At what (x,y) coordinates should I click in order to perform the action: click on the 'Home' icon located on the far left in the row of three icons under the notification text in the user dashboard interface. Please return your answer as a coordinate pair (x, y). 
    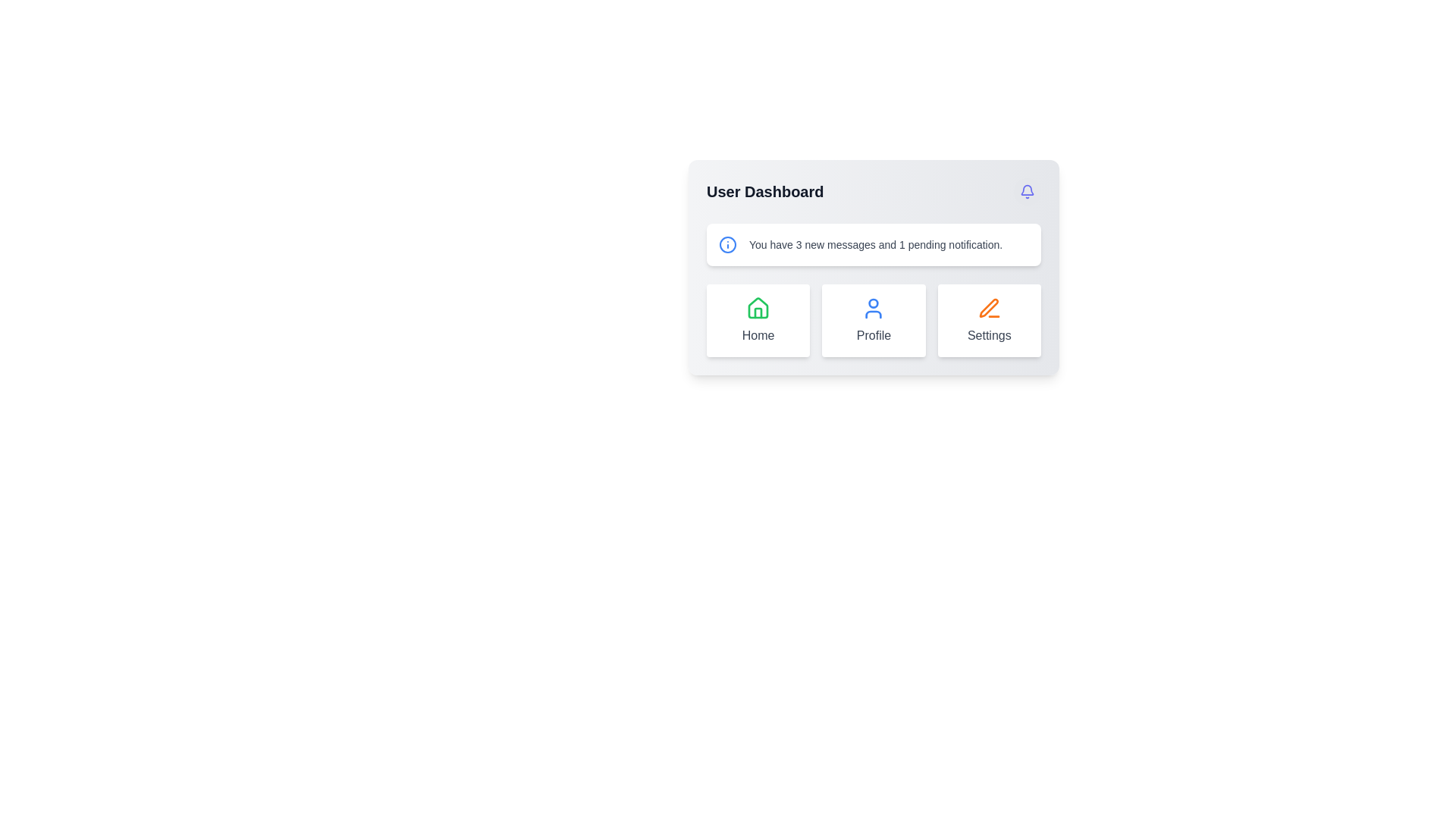
    Looking at the image, I should click on (758, 307).